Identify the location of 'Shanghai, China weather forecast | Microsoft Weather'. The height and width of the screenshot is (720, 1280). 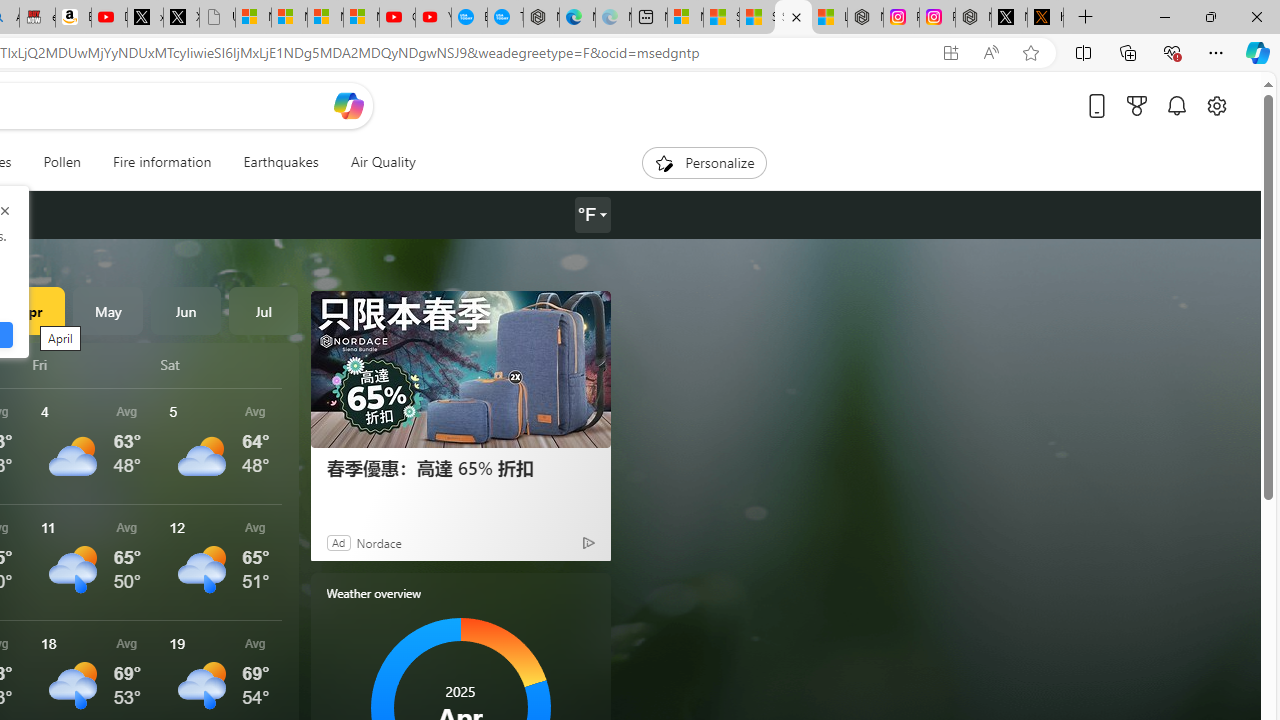
(720, 17).